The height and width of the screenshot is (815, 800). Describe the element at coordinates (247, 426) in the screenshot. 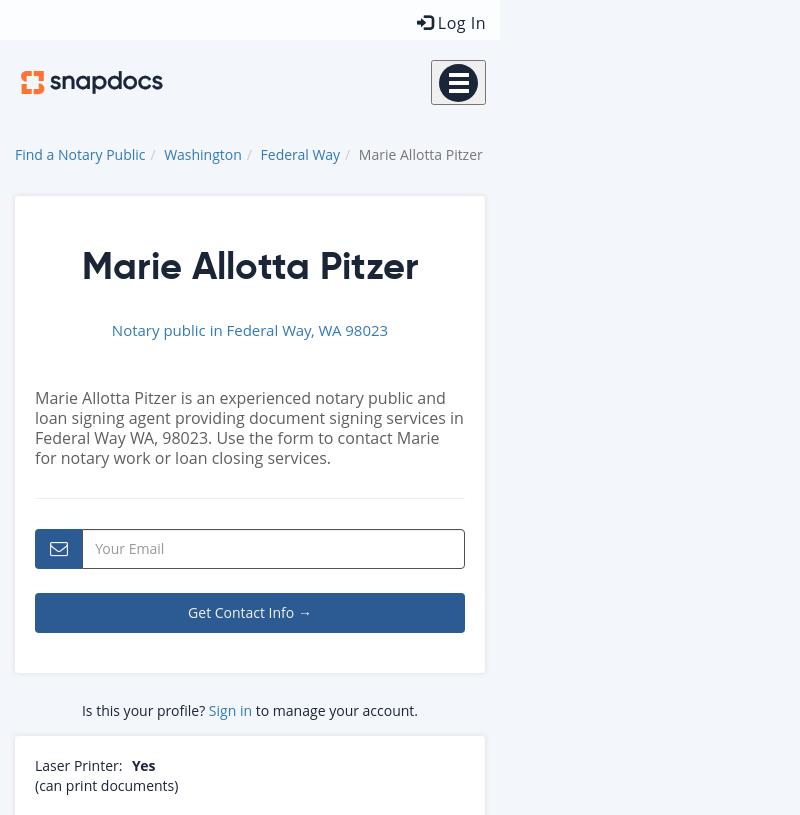

I see `'Marie  Allotta Pitzer is an experienced notary public and loan signing agent providing document signing services       in Federal Way WA, 98023. Use the form to contact Marie        for notary work or loan closing services.'` at that location.